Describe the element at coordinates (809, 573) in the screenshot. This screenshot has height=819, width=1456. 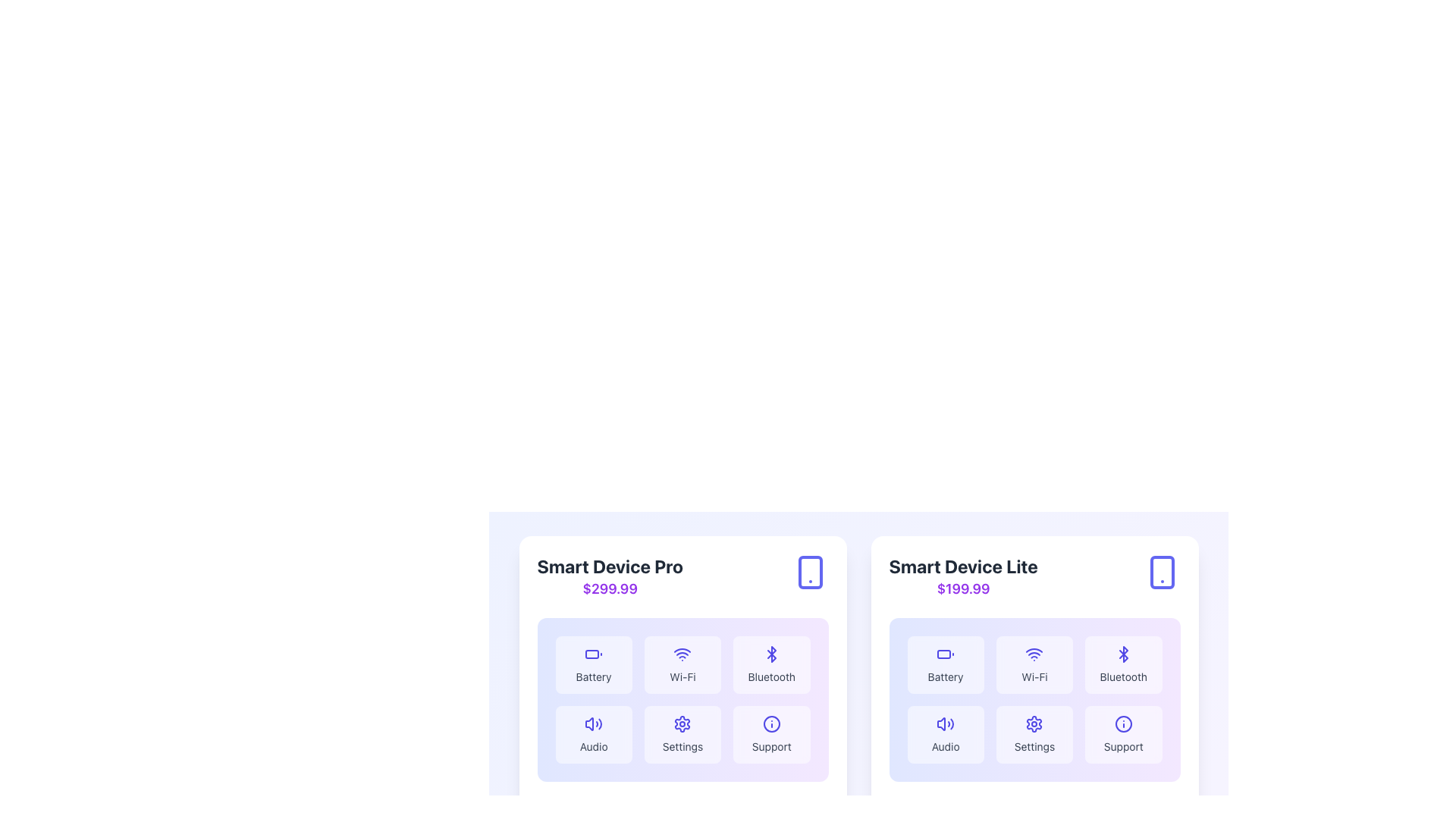
I see `the decorative rectangular shape within the smartphone icon adjacent to the 'Smart Device Lite' text` at that location.